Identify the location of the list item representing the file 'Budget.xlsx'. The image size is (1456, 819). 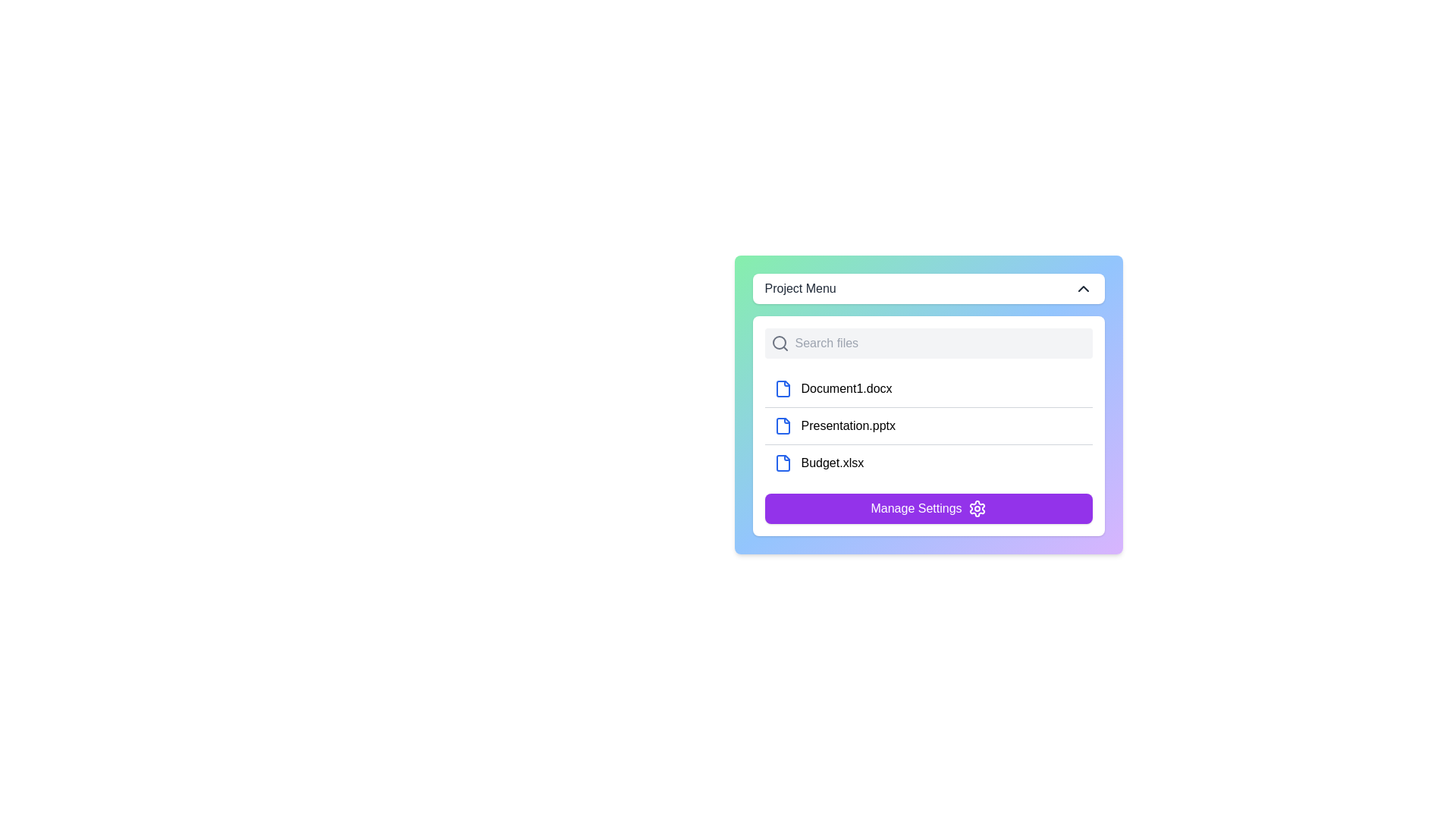
(927, 462).